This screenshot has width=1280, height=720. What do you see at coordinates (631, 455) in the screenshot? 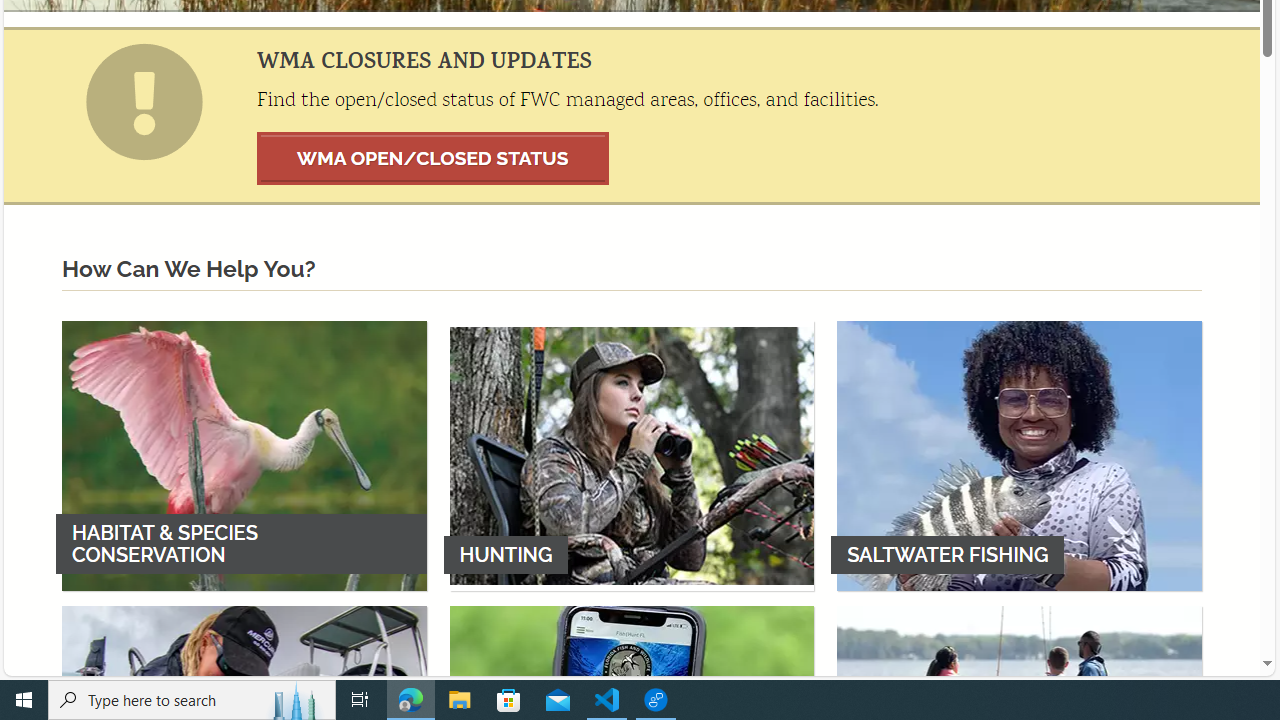
I see `'HUNTING'` at bounding box center [631, 455].